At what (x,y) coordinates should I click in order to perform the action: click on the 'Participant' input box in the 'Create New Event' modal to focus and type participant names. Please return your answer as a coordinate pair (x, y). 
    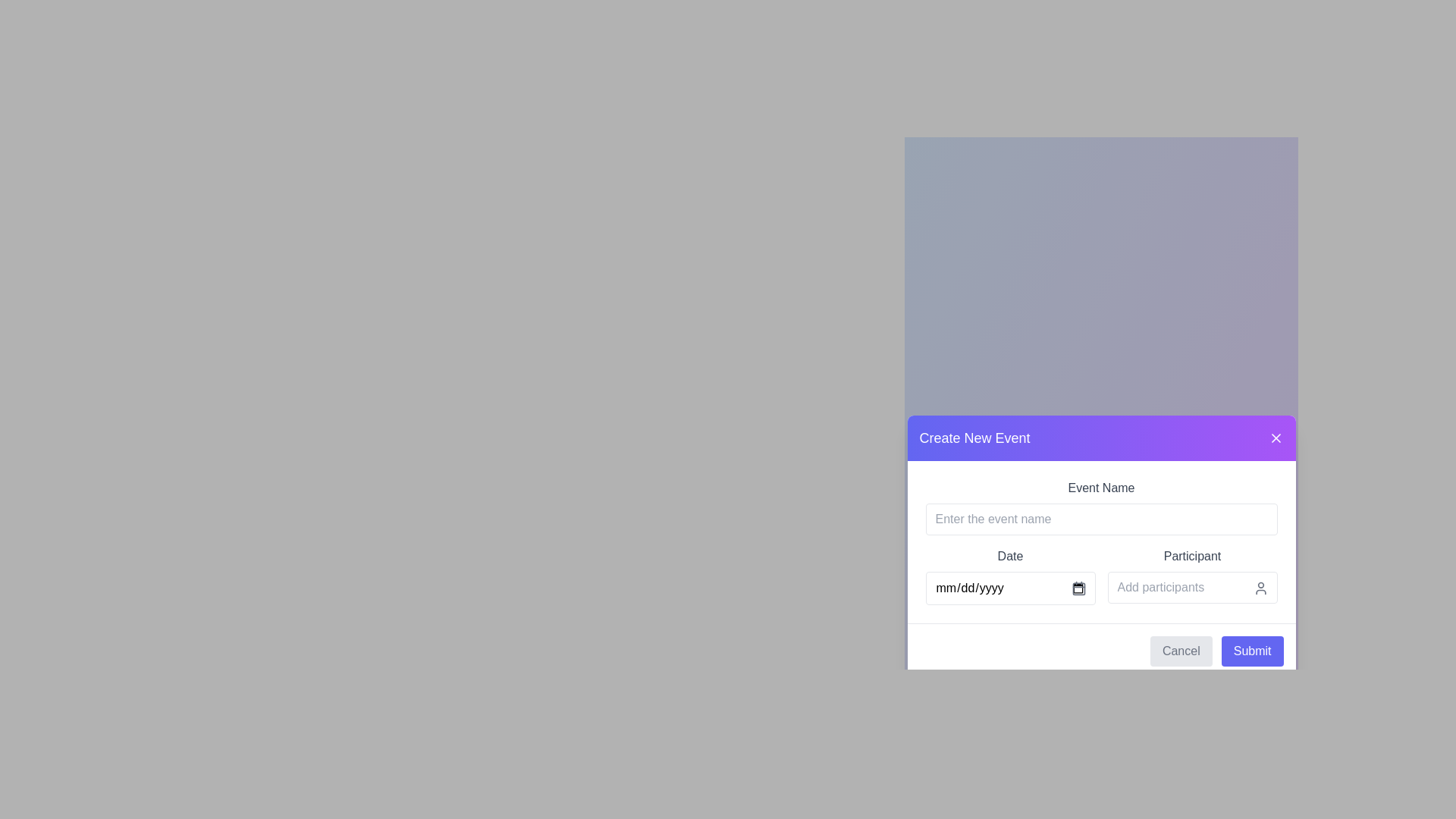
    Looking at the image, I should click on (1191, 576).